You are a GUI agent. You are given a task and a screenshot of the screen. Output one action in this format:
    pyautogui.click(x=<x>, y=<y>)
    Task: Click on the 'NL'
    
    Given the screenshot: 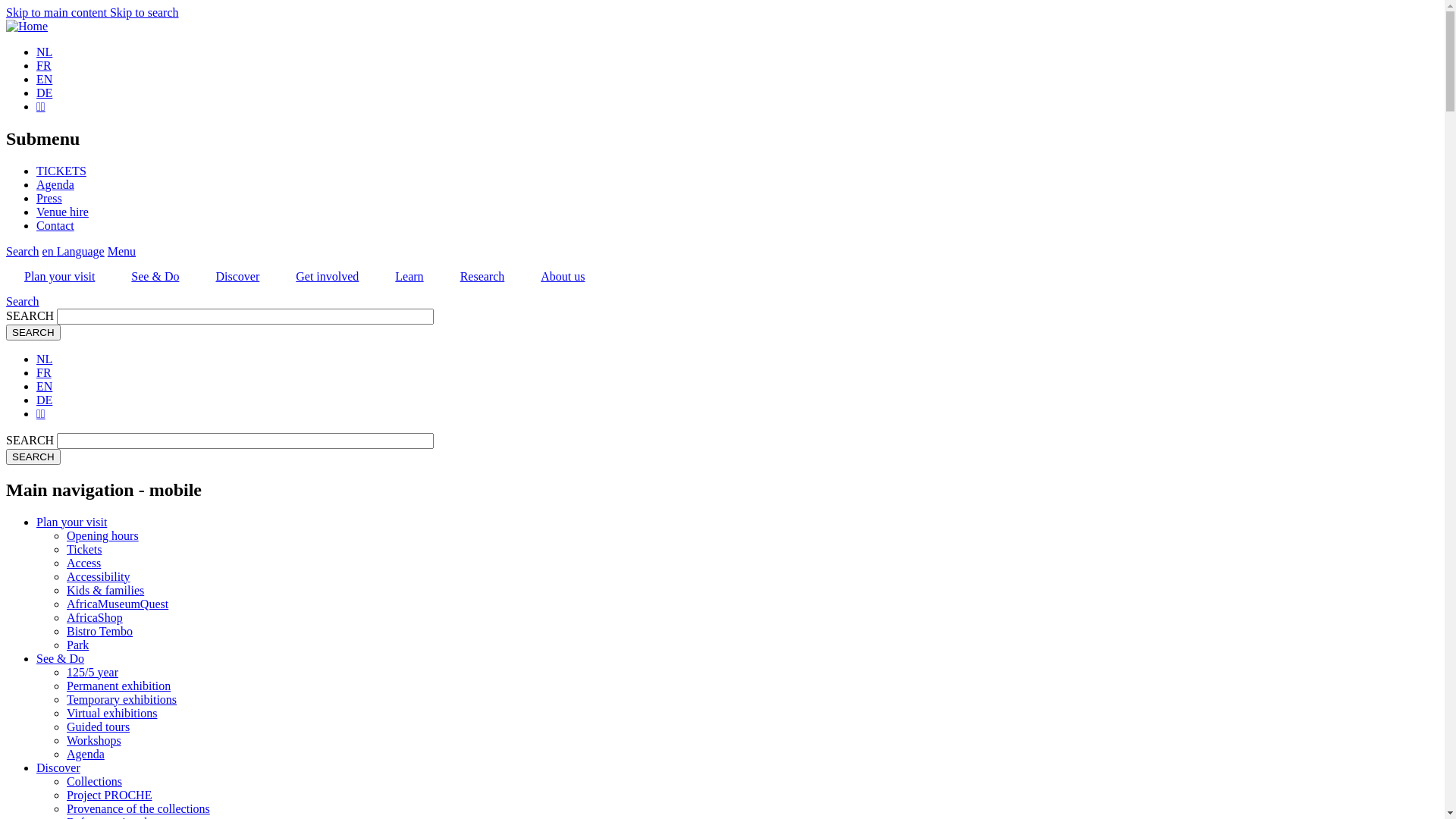 What is the action you would take?
    pyautogui.click(x=44, y=359)
    